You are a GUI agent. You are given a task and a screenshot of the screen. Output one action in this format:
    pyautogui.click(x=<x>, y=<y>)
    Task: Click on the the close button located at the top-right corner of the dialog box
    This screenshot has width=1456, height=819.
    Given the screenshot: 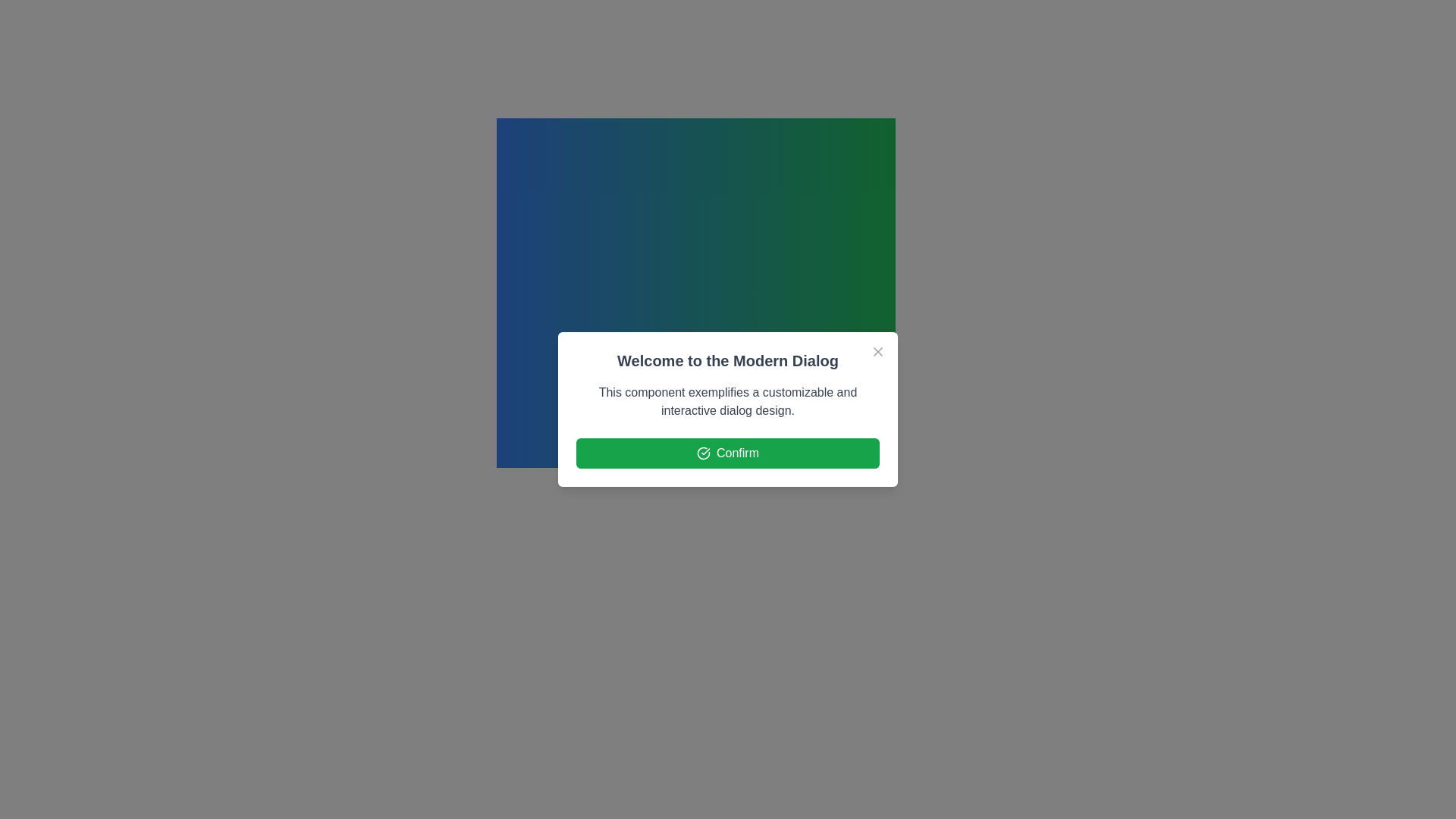 What is the action you would take?
    pyautogui.click(x=877, y=351)
    